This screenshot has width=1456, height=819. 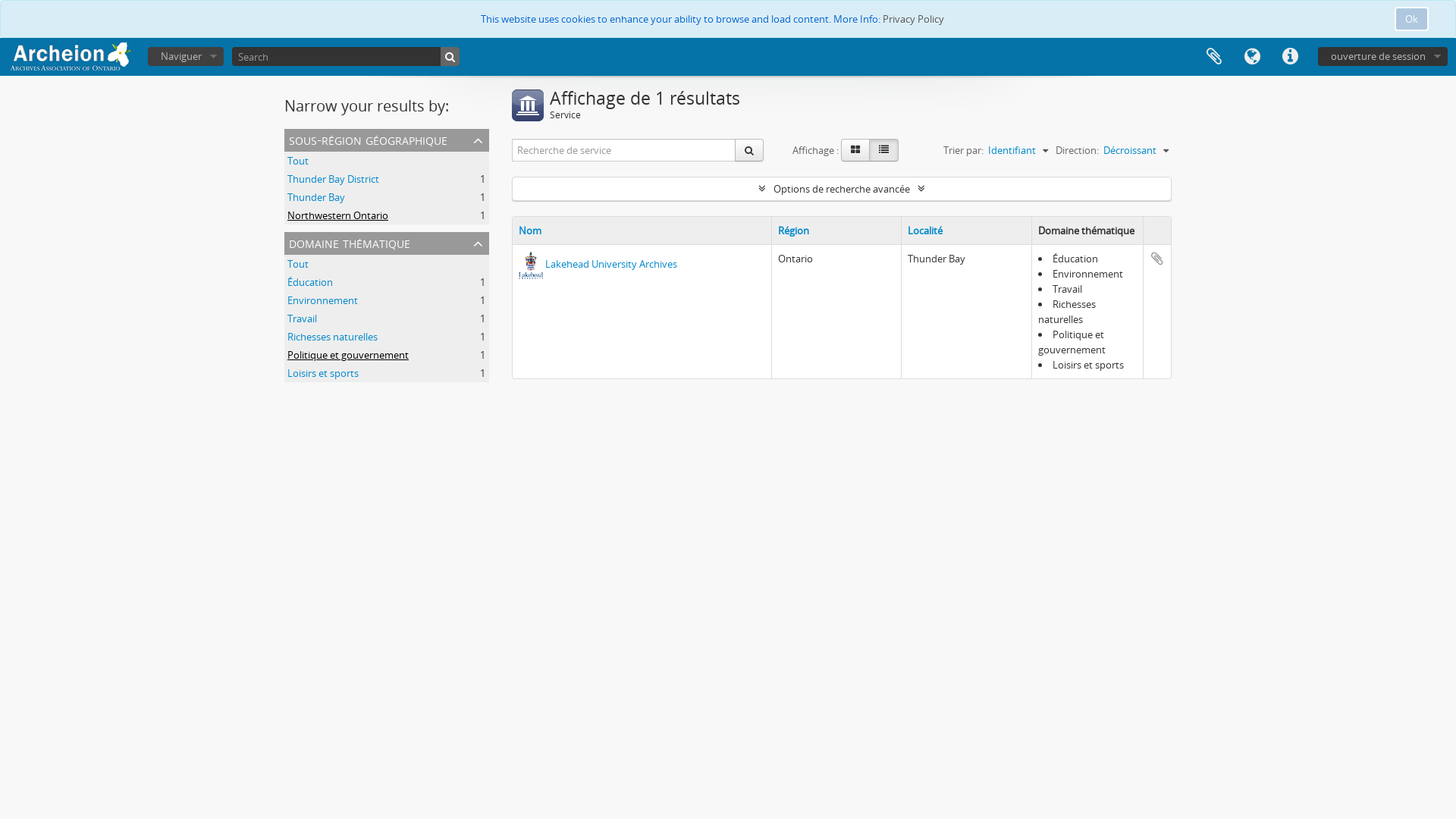 I want to click on 'Environnement', so click(x=322, y=300).